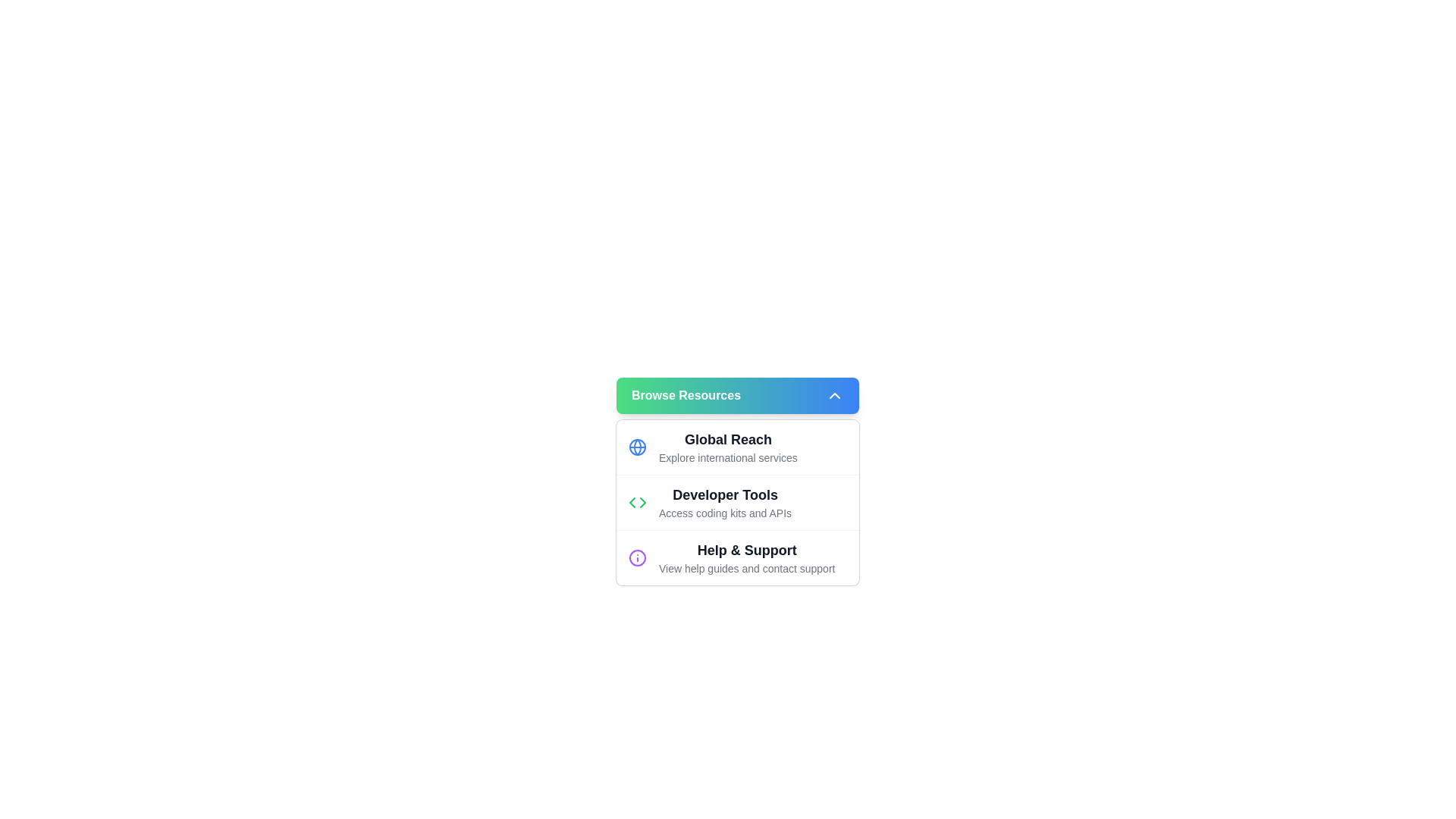  Describe the element at coordinates (724, 503) in the screenshot. I see `the 'Developer Tools' text label, which is the second item in the dropdown list, located below 'Global Reach' and above 'Help & Support'` at that location.